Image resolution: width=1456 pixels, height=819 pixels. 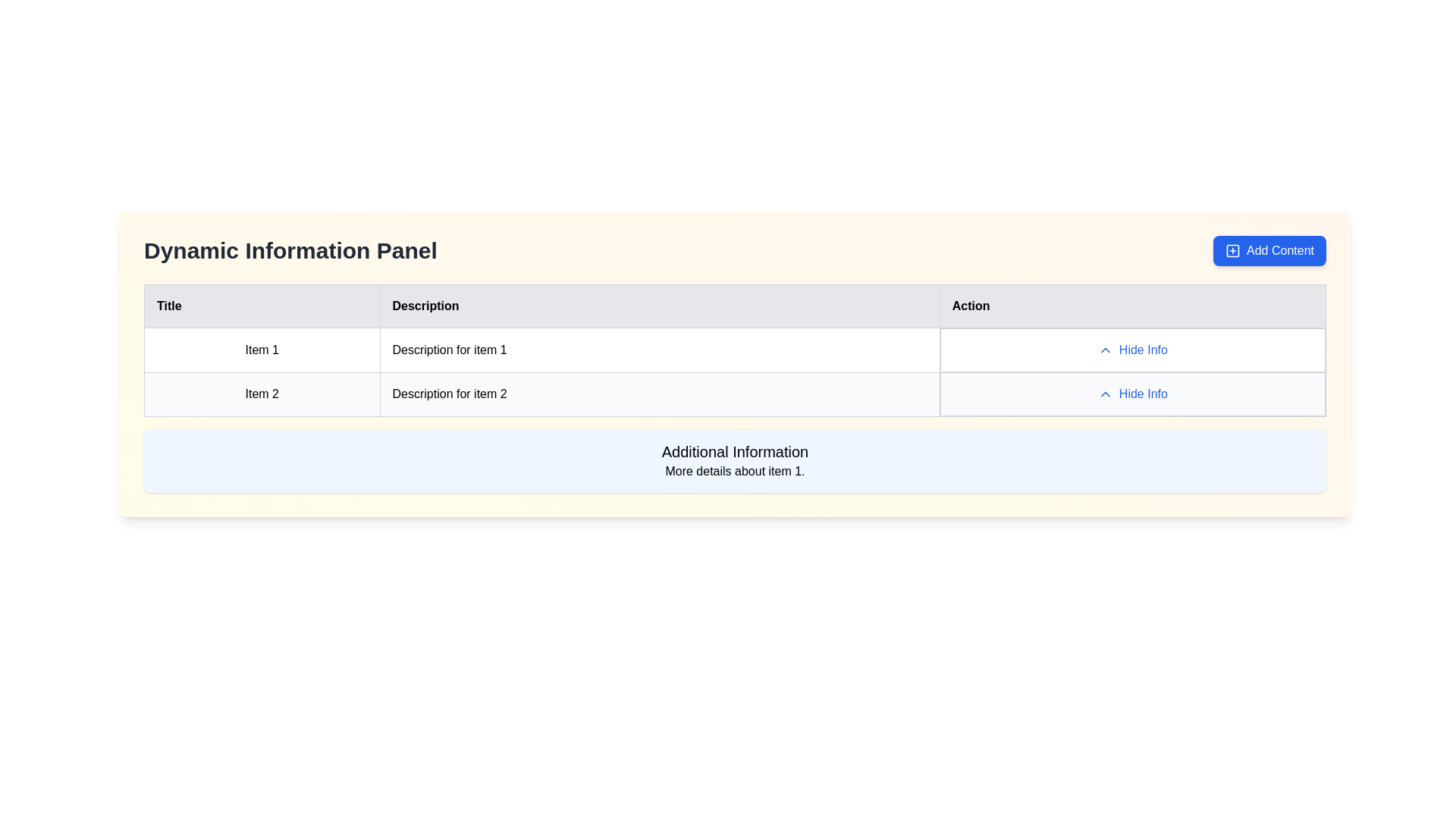 What do you see at coordinates (1233, 250) in the screenshot?
I see `the blue 'Add Content' icon located at the top-right corner of the panel, which features a central plus sign and is styled as a rounded square` at bounding box center [1233, 250].